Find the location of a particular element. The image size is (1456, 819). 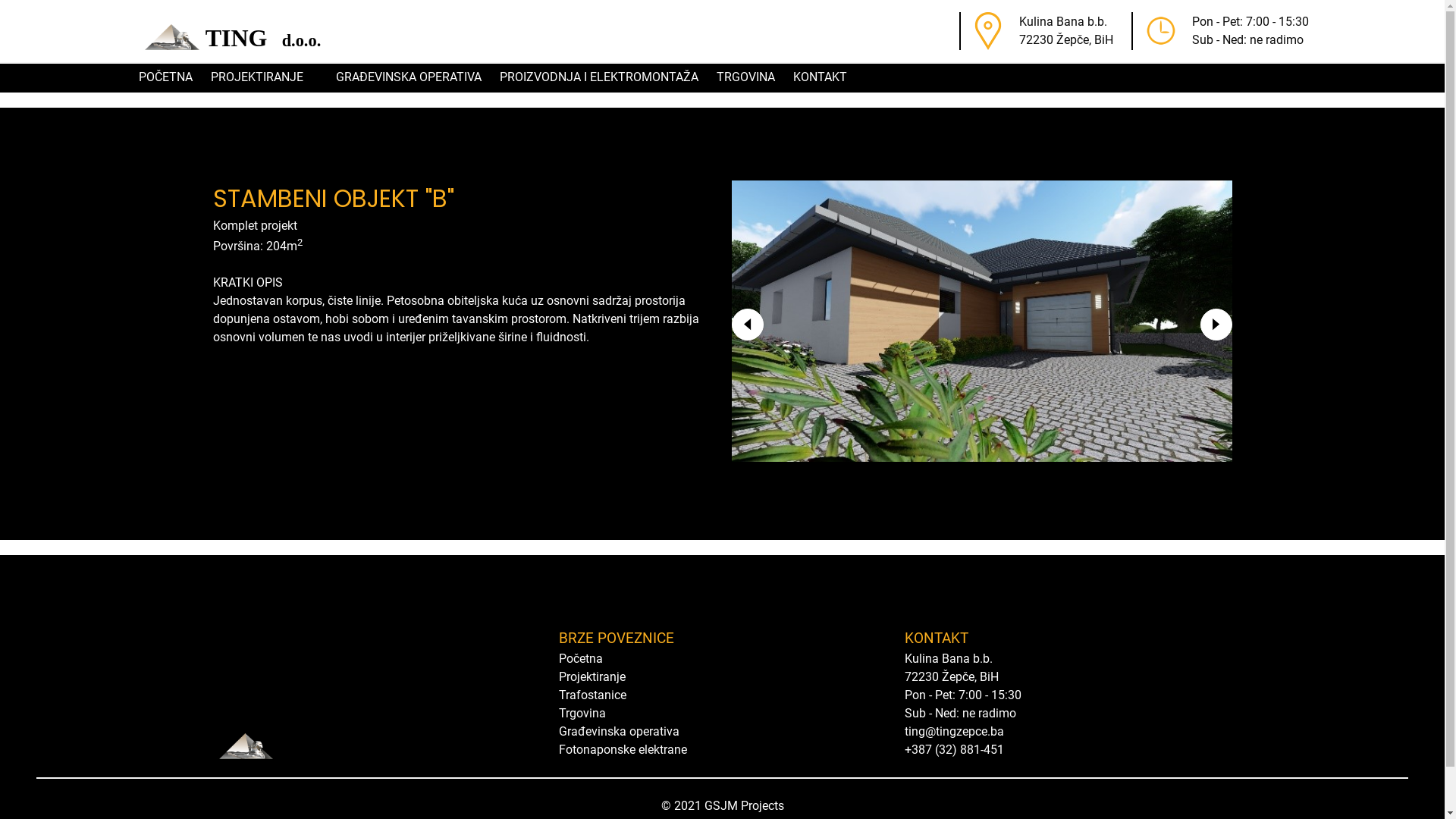

'Trgovina' is located at coordinates (581, 713).